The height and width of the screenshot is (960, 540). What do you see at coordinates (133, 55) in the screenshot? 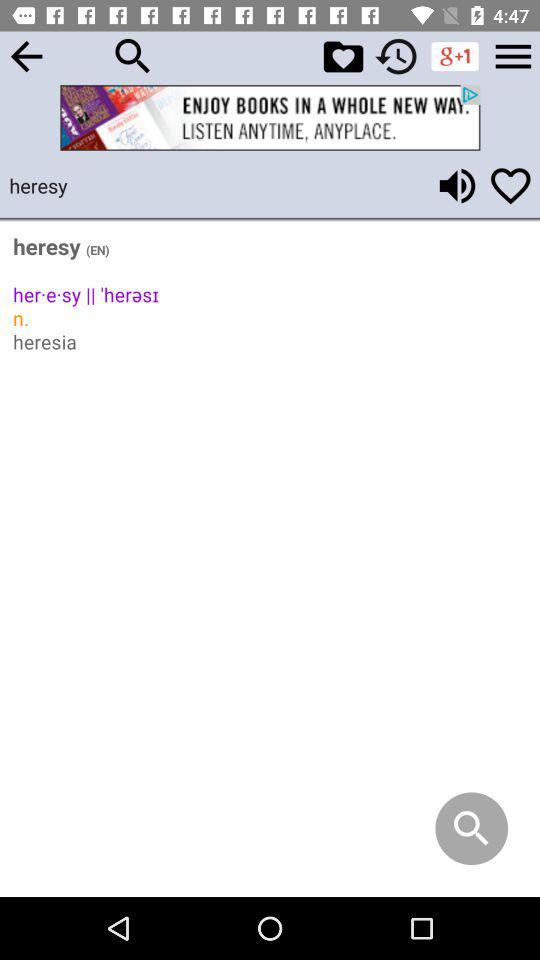
I see `the search icon` at bounding box center [133, 55].